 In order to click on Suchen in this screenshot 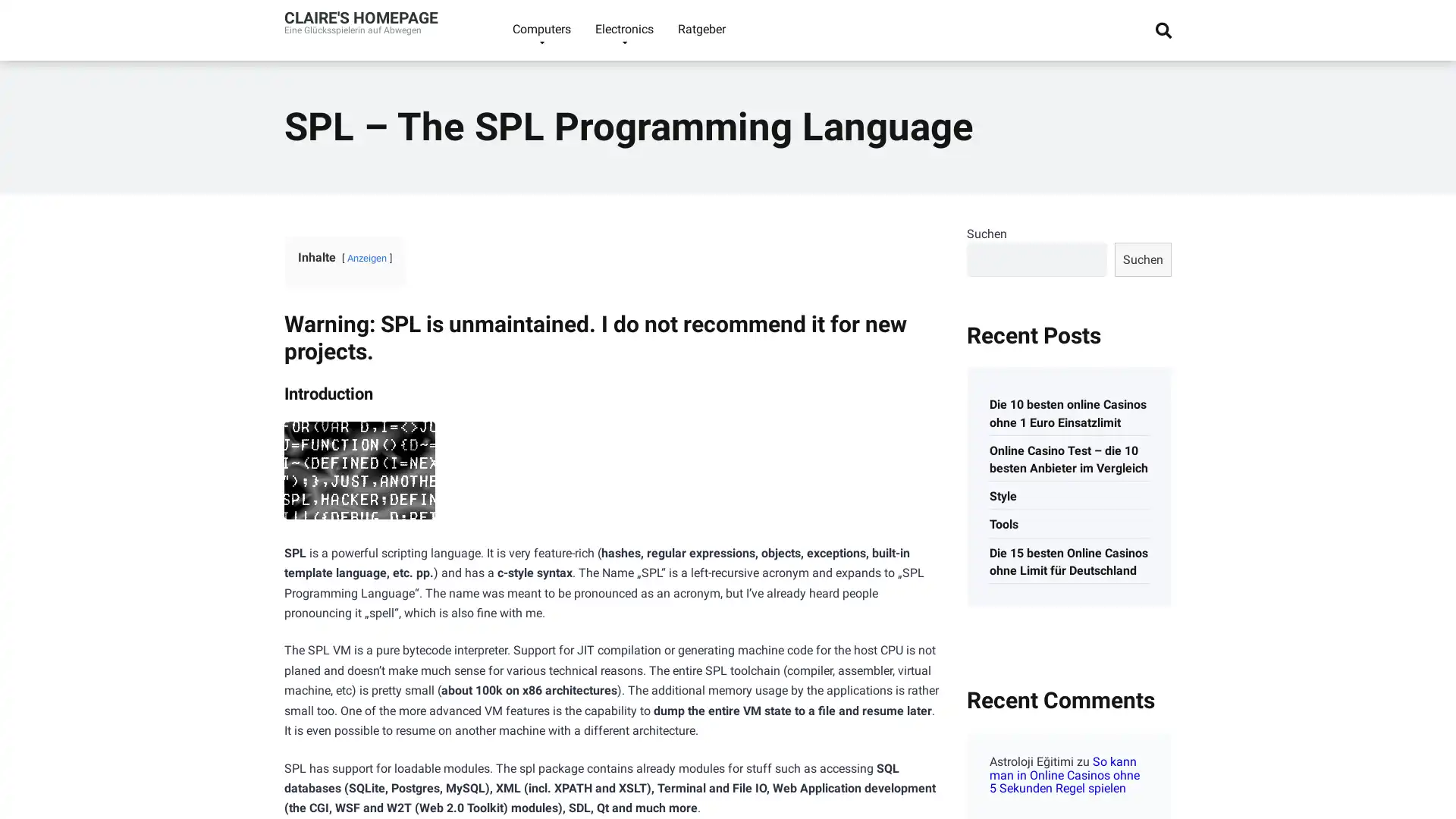, I will do `click(1143, 258)`.